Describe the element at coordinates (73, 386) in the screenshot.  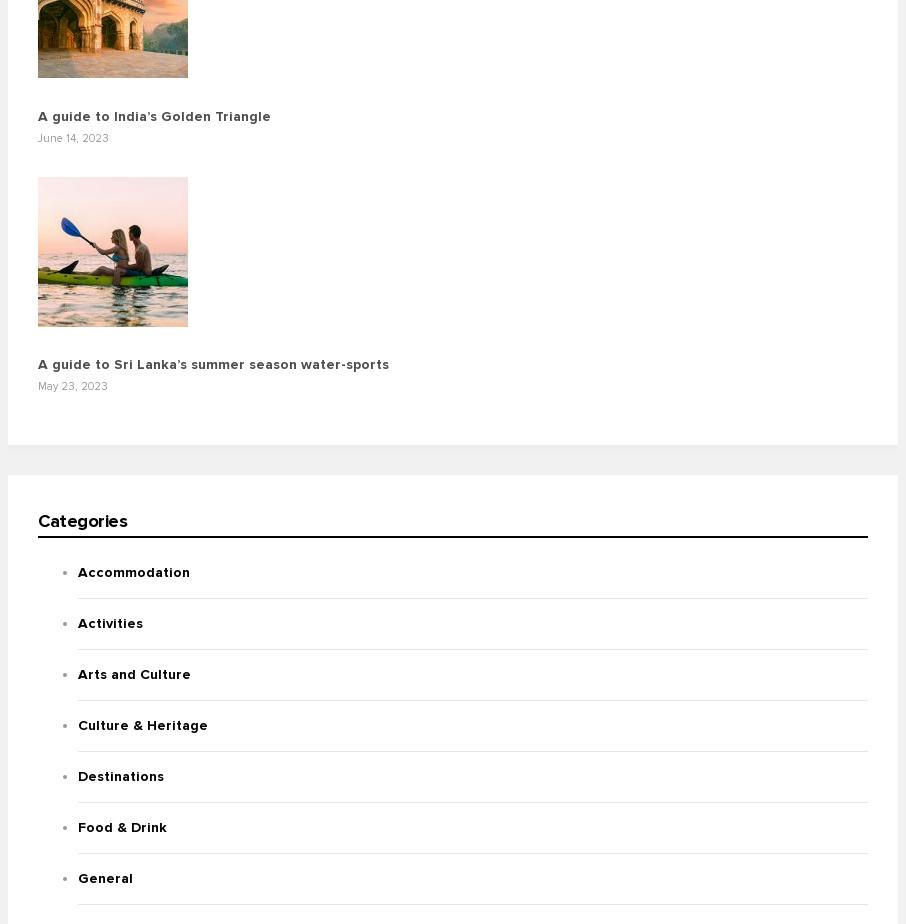
I see `'May 23, 2023'` at that location.